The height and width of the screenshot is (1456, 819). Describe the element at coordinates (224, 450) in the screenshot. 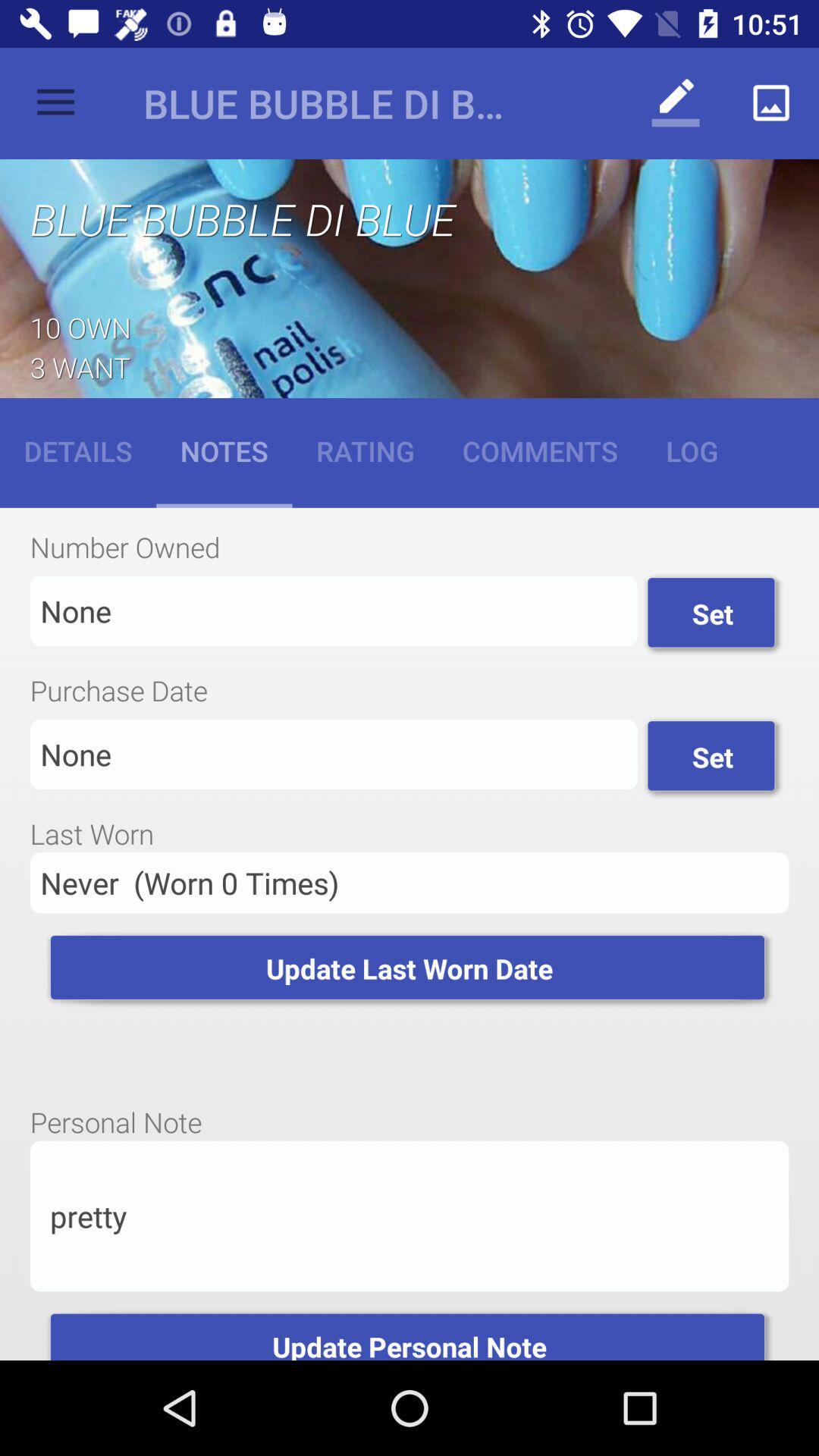

I see `the notes item` at that location.